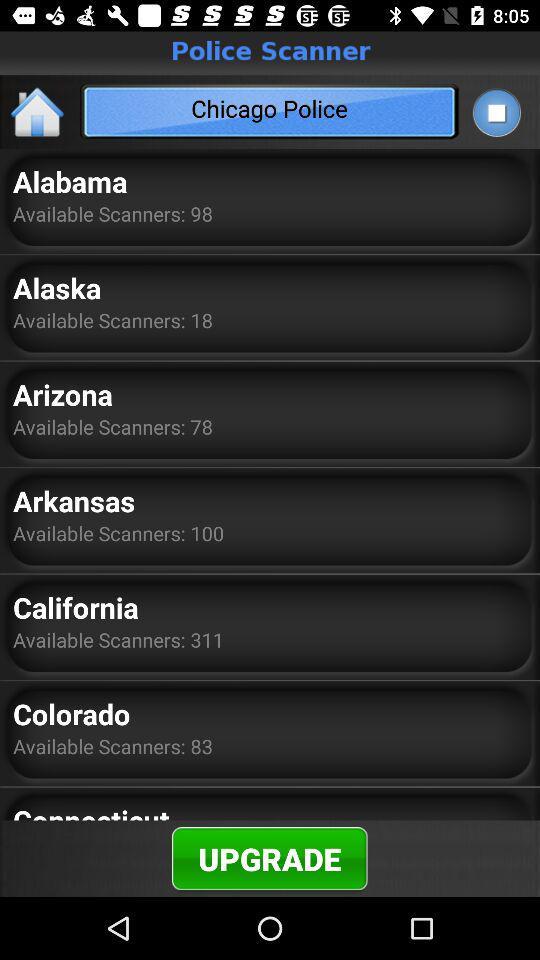 This screenshot has width=540, height=960. What do you see at coordinates (70, 713) in the screenshot?
I see `colorado icon` at bounding box center [70, 713].